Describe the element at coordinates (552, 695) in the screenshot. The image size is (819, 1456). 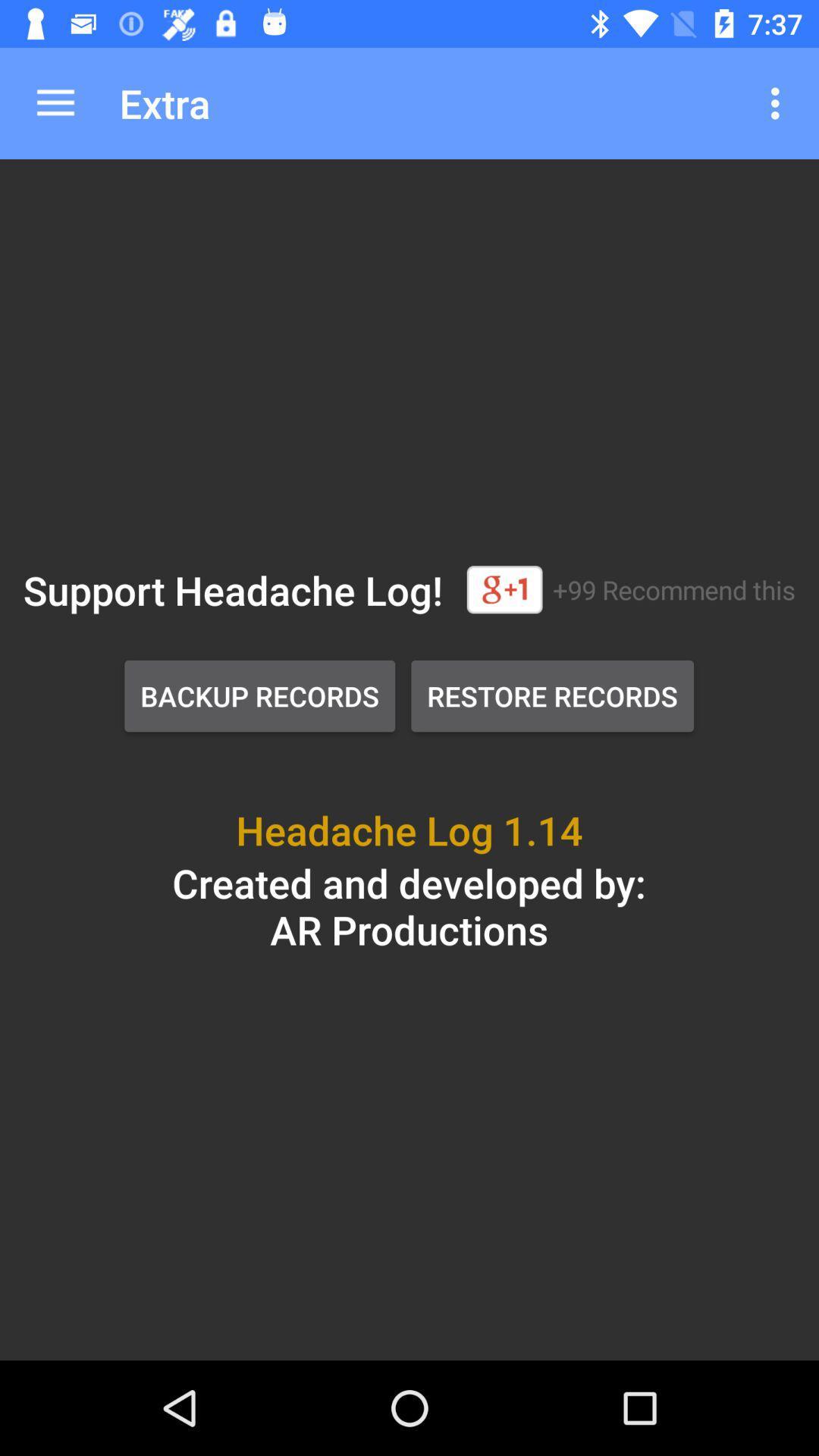
I see `the restore records icon` at that location.